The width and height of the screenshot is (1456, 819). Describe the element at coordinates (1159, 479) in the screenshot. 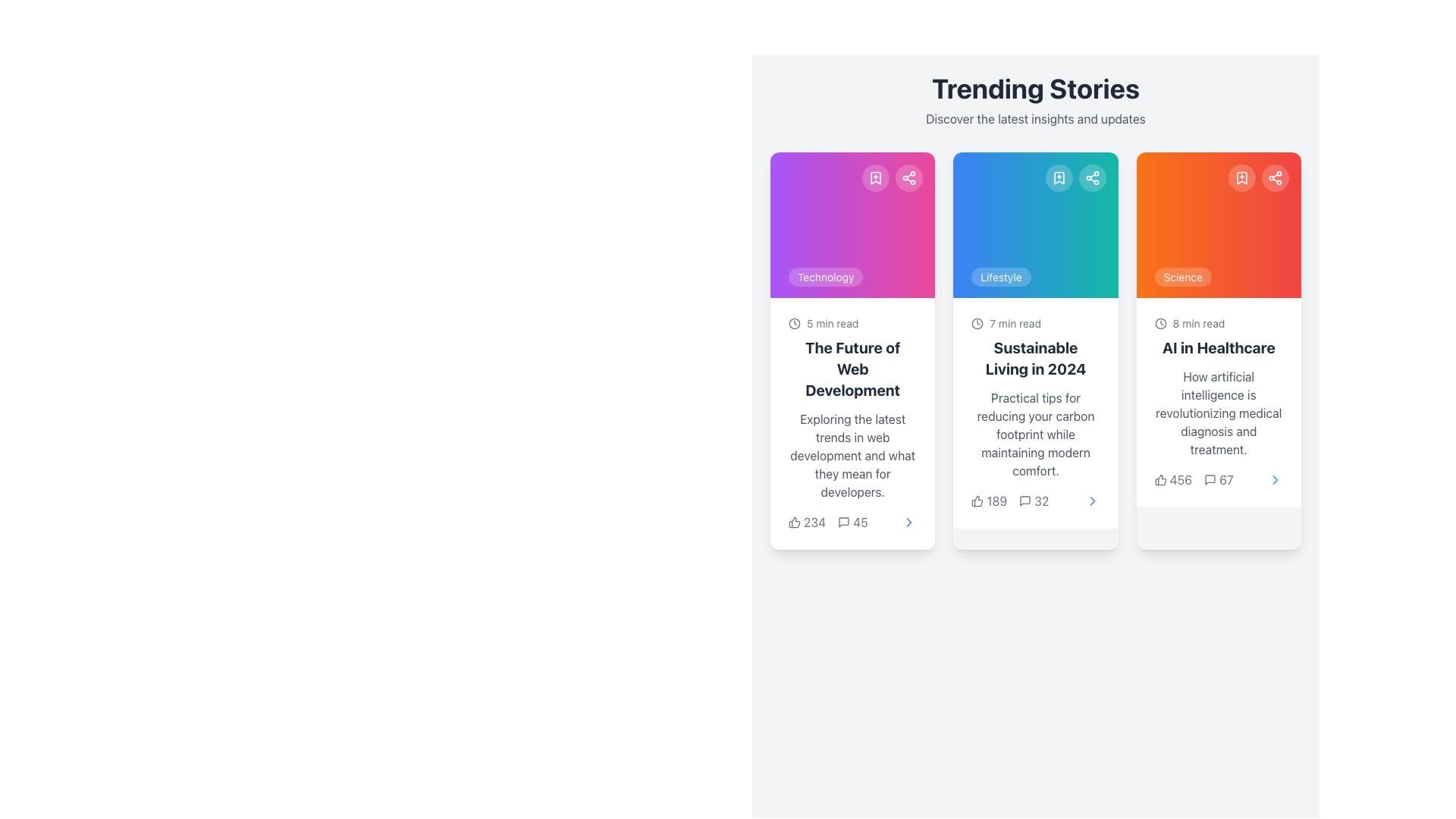

I see `the thumbs-up icon, which is a minimalist line art design located within the third card labeled 'Science', positioned to the left of the numerical value '456'` at that location.